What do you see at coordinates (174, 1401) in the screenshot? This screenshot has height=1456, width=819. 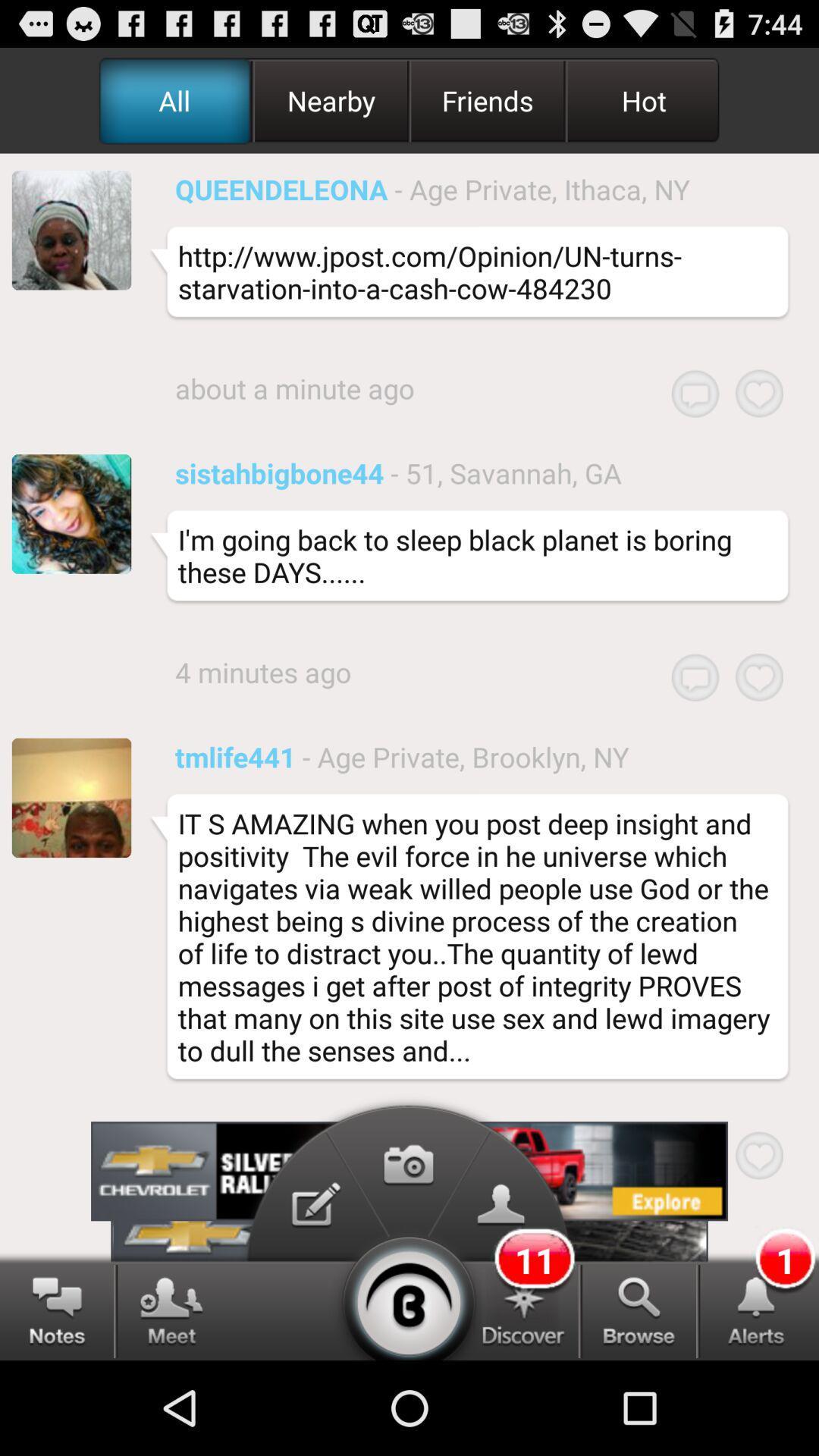 I see `the group icon` at bounding box center [174, 1401].